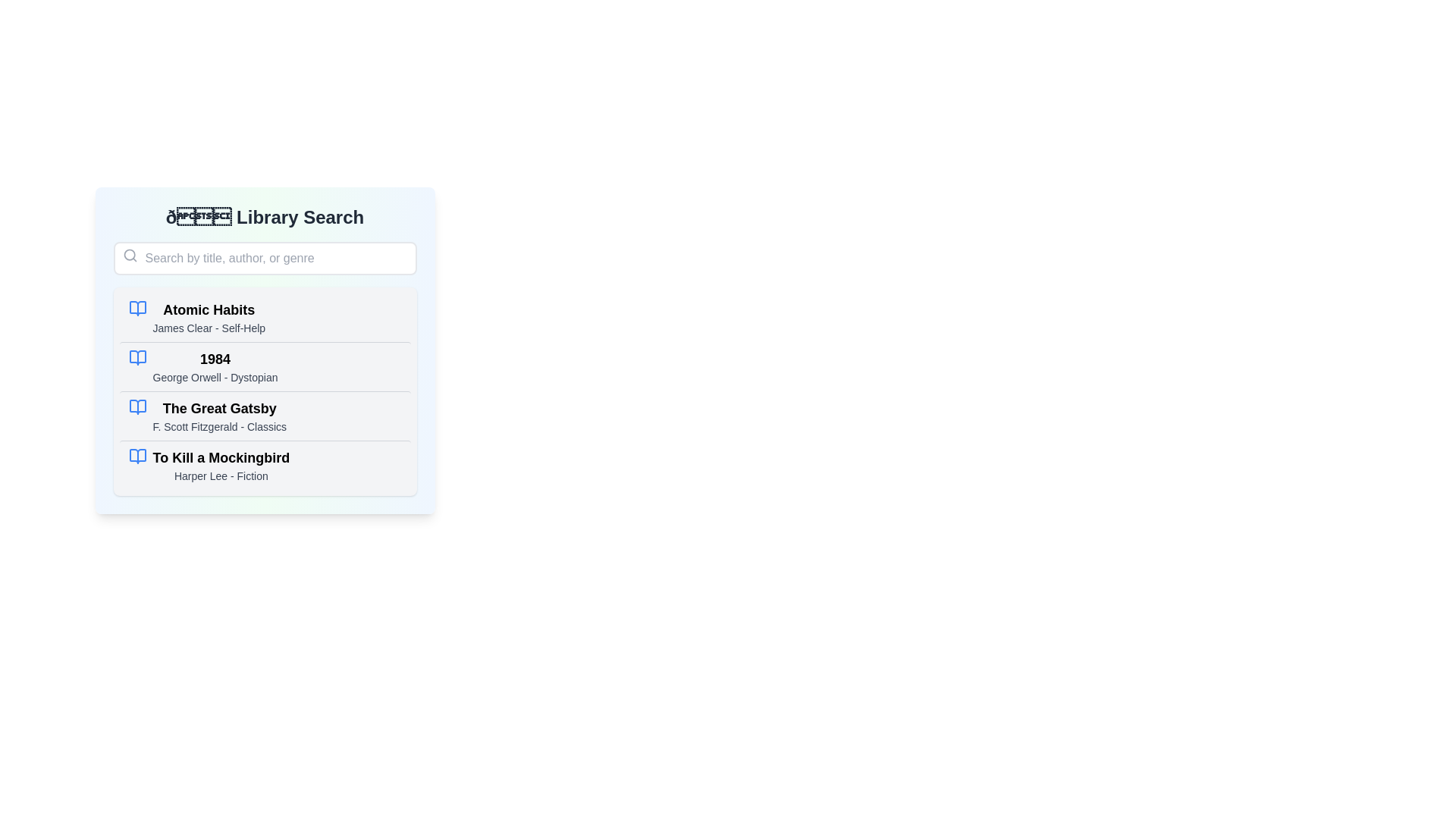 Image resolution: width=1456 pixels, height=819 pixels. What do you see at coordinates (265, 464) in the screenshot?
I see `the list entry for 'To Kill a Mockingbird' by Harper Lee, which features a blue open book icon and is the fourth entry in the list` at bounding box center [265, 464].